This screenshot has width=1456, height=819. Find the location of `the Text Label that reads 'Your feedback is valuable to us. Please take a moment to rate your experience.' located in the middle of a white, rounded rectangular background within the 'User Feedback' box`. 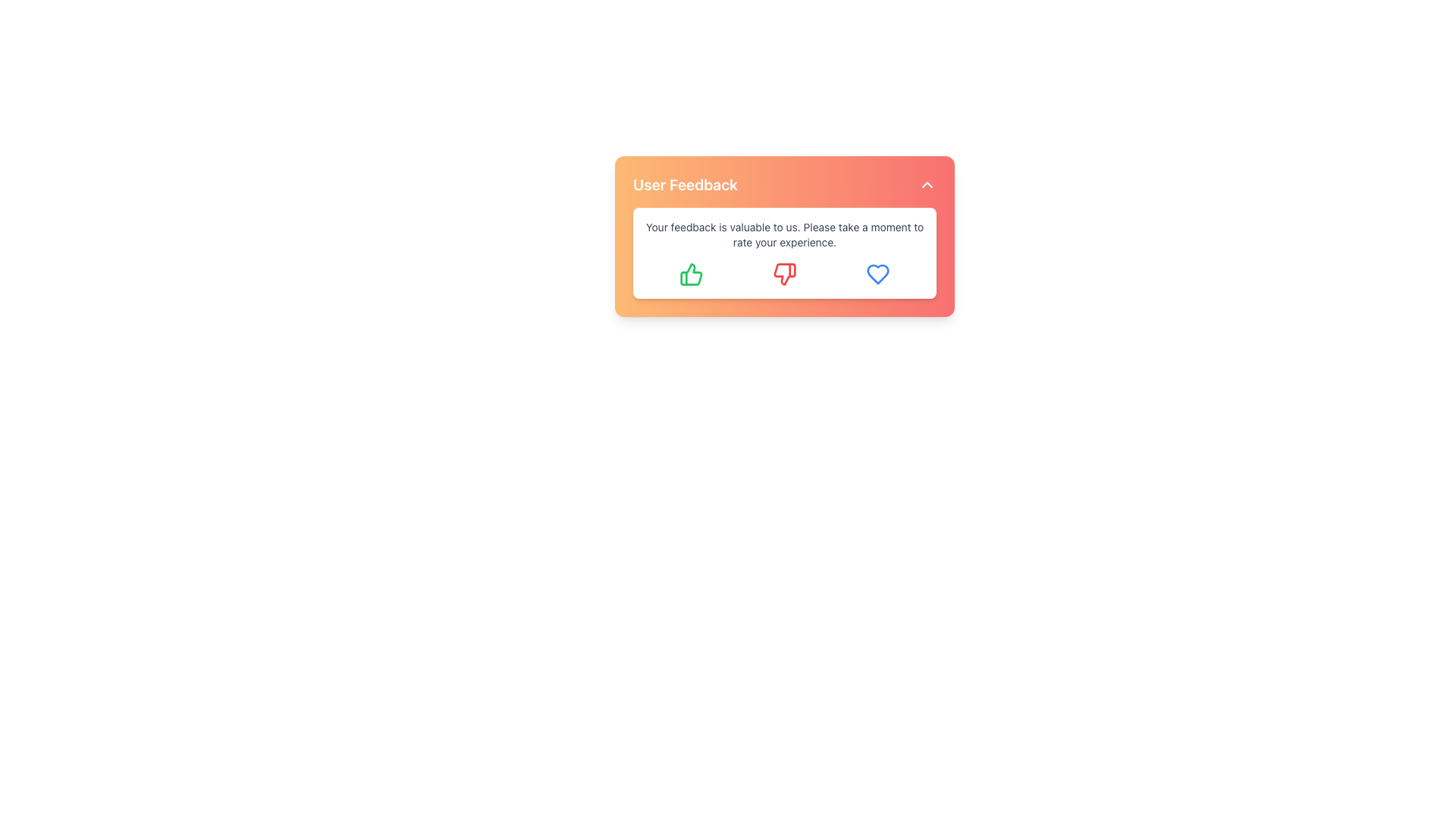

the Text Label that reads 'Your feedback is valuable to us. Please take a moment to rate your experience.' located in the middle of a white, rounded rectangular background within the 'User Feedback' box is located at coordinates (785, 234).